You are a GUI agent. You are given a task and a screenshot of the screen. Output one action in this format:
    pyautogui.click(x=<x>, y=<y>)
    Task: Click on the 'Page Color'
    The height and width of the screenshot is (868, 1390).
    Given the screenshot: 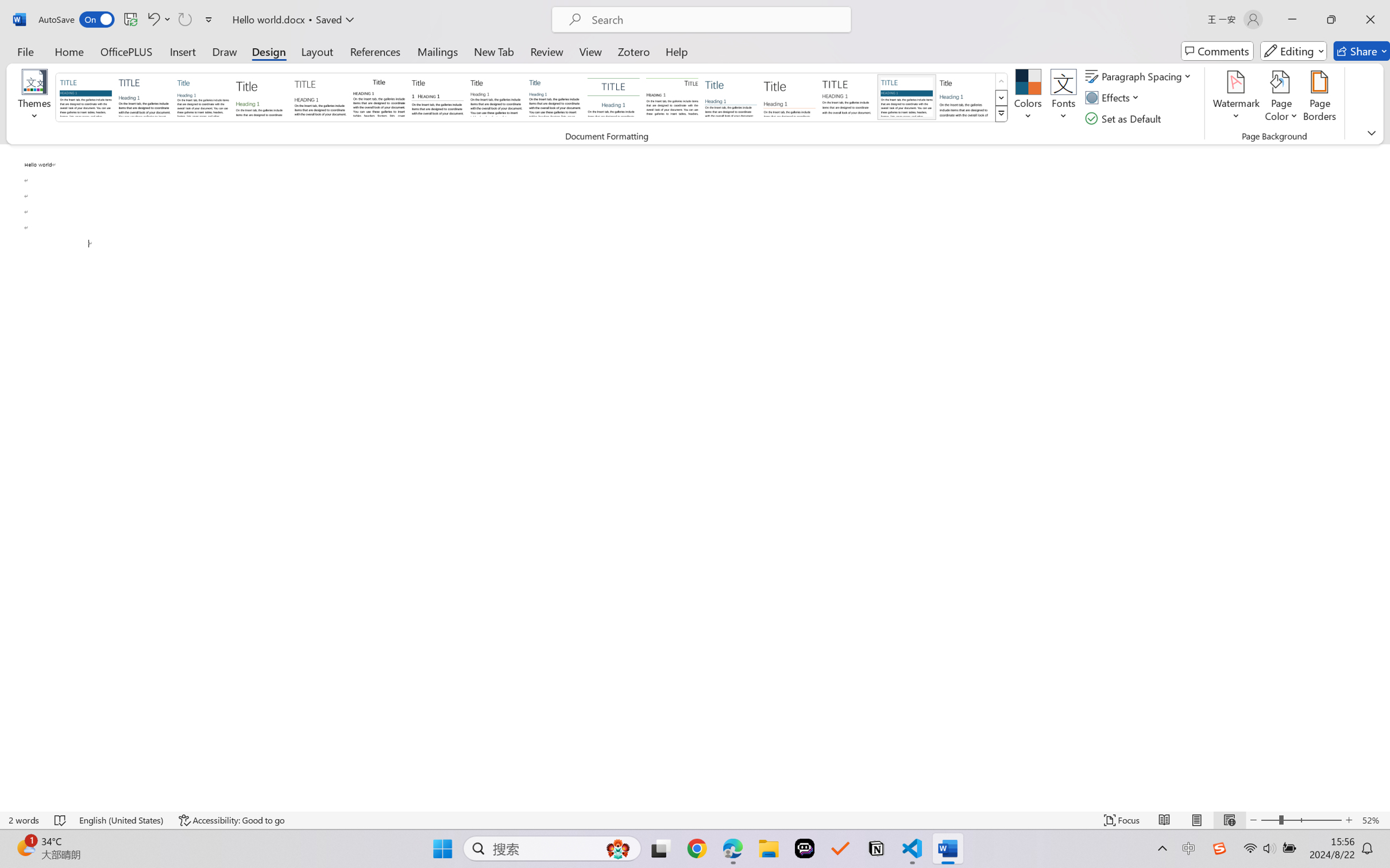 What is the action you would take?
    pyautogui.click(x=1281, y=98)
    